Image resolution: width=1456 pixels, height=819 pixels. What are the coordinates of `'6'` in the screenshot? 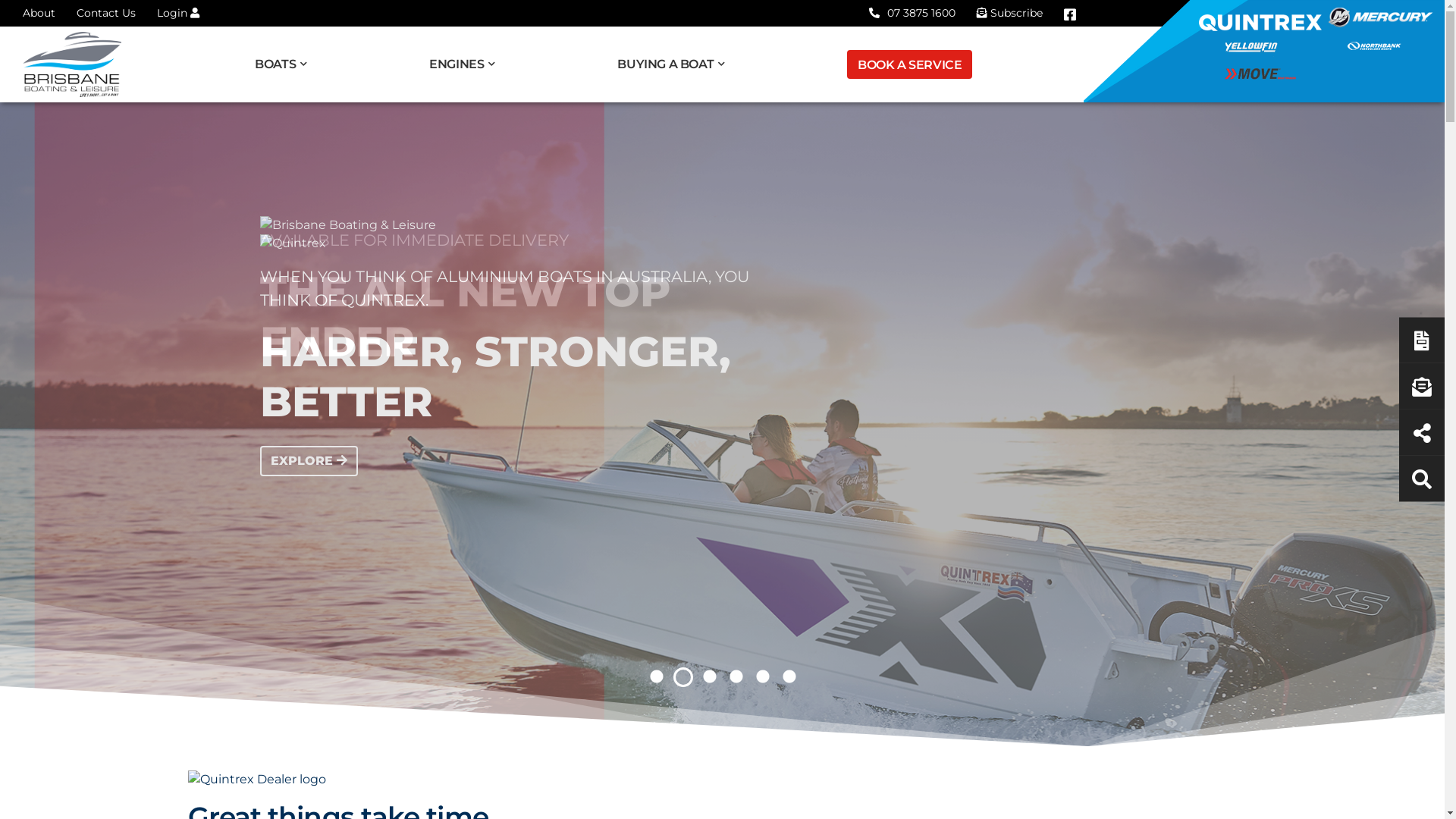 It's located at (779, 676).